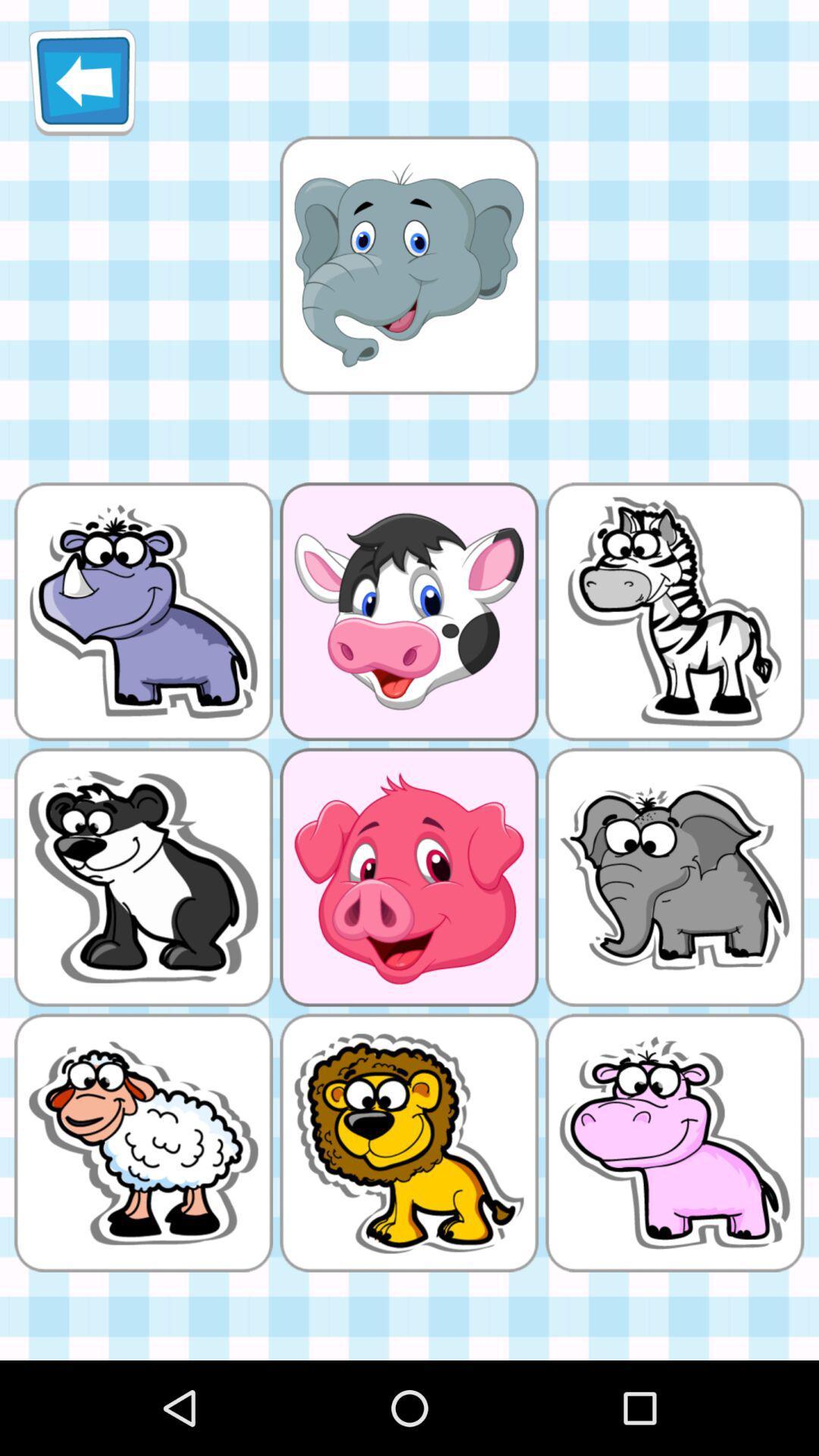  Describe the element at coordinates (82, 87) in the screenshot. I see `the arrow_backward icon` at that location.